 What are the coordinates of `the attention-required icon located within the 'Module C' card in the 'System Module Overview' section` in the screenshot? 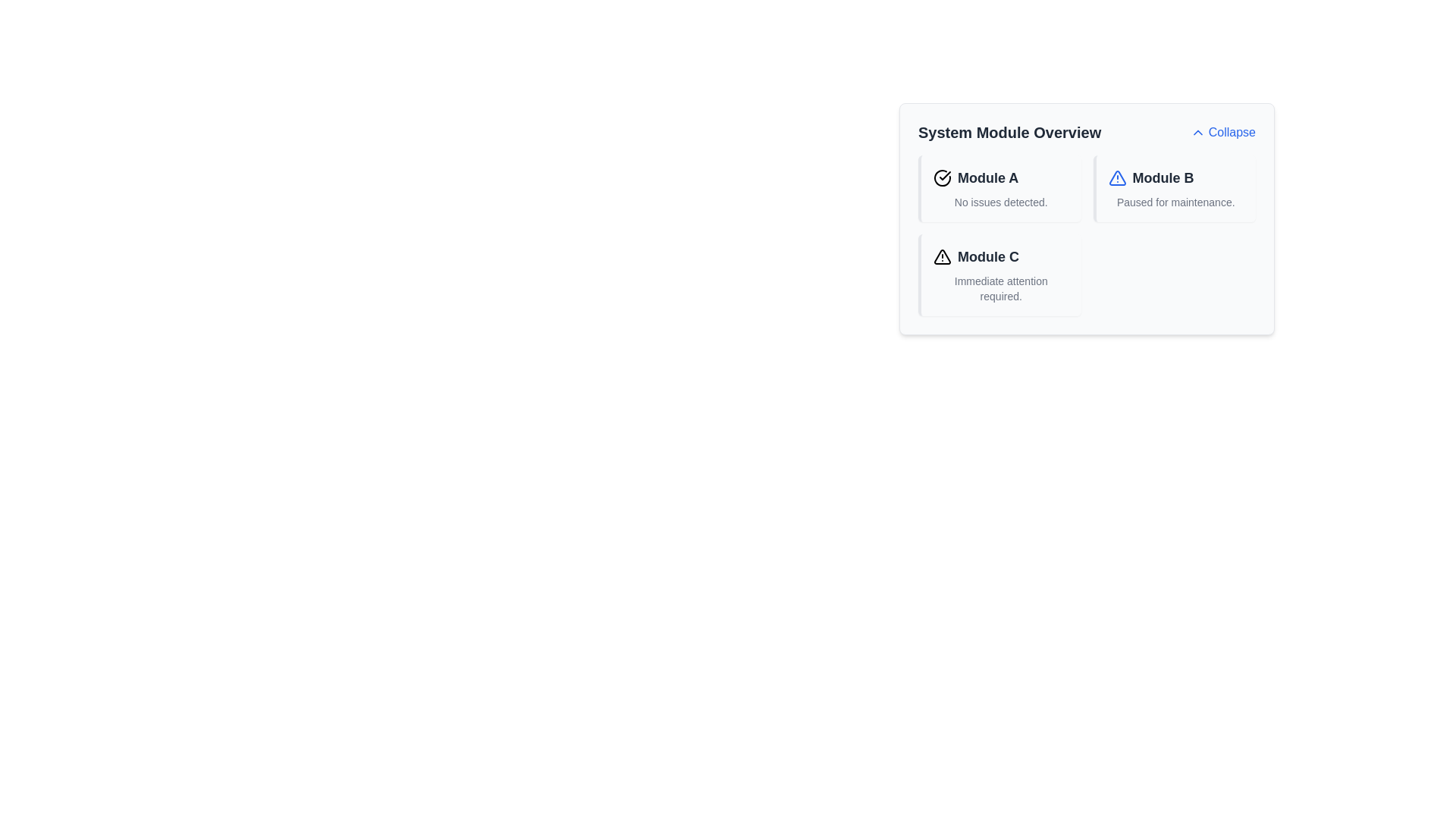 It's located at (942, 256).